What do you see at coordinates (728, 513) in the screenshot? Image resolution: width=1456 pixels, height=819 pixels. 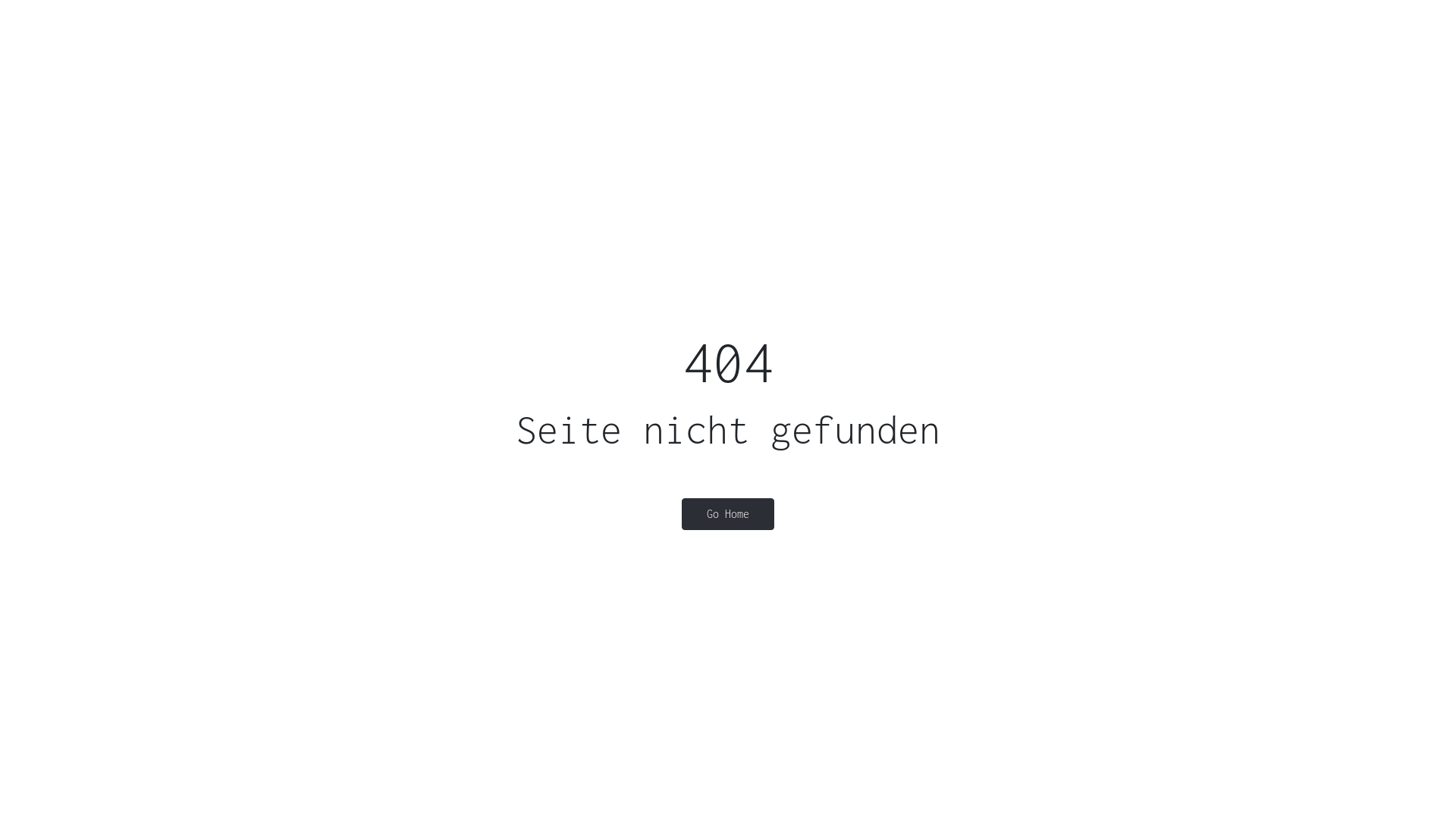 I see `'Go Home'` at bounding box center [728, 513].